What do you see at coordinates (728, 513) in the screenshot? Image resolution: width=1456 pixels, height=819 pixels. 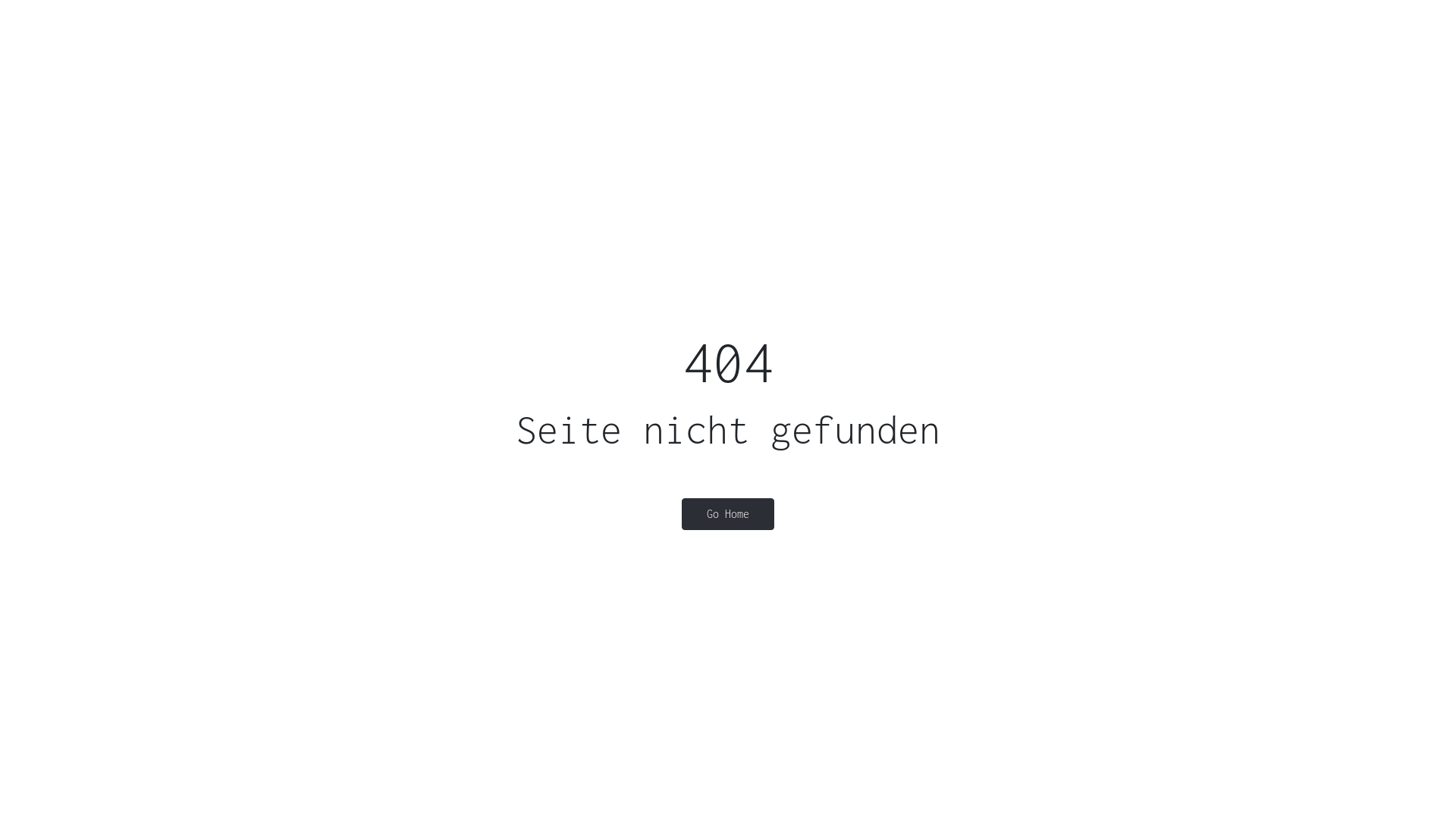 I see `'Go Home'` at bounding box center [728, 513].